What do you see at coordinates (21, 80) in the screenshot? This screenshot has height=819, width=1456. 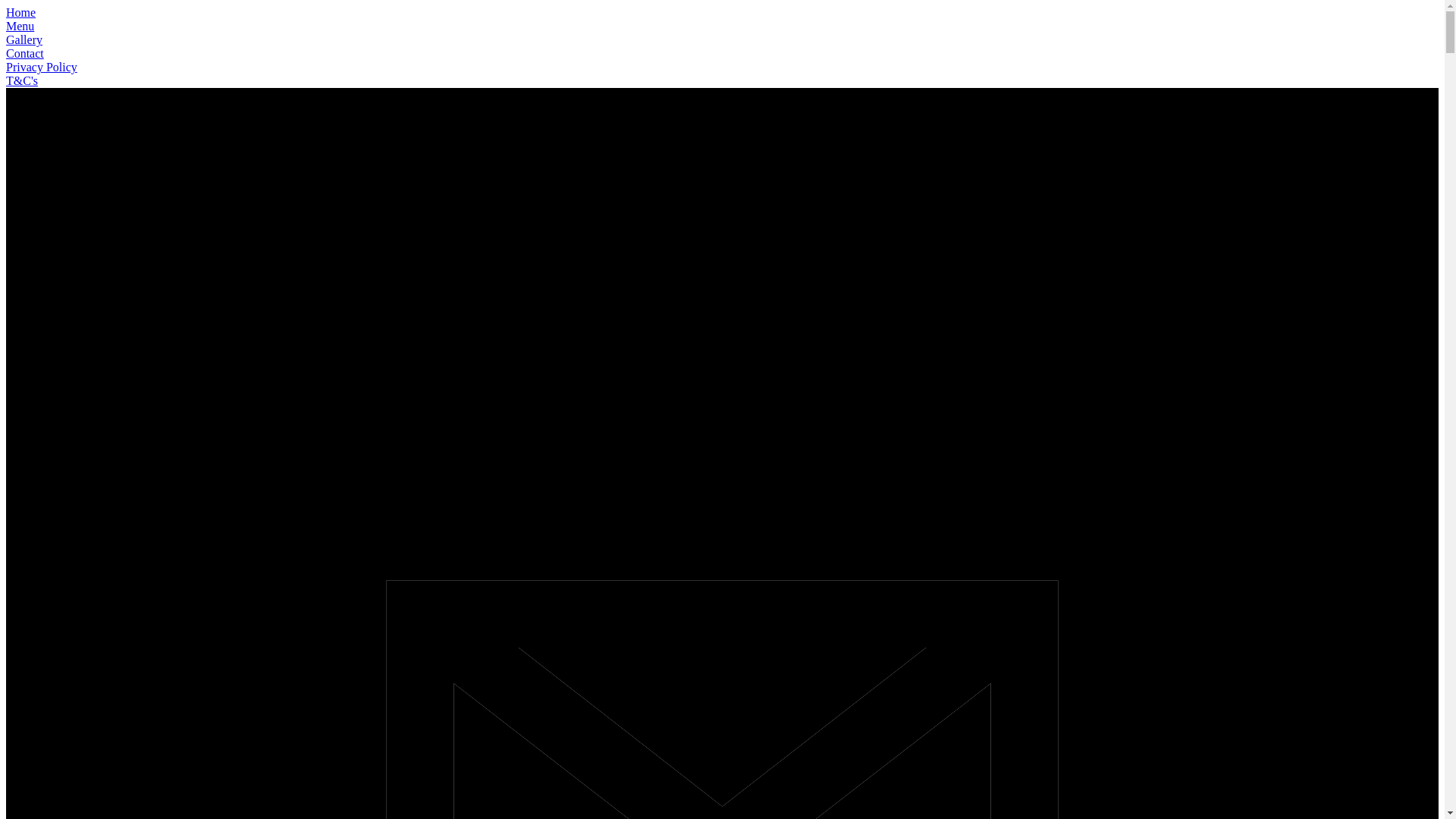 I see `'T&C's'` at bounding box center [21, 80].